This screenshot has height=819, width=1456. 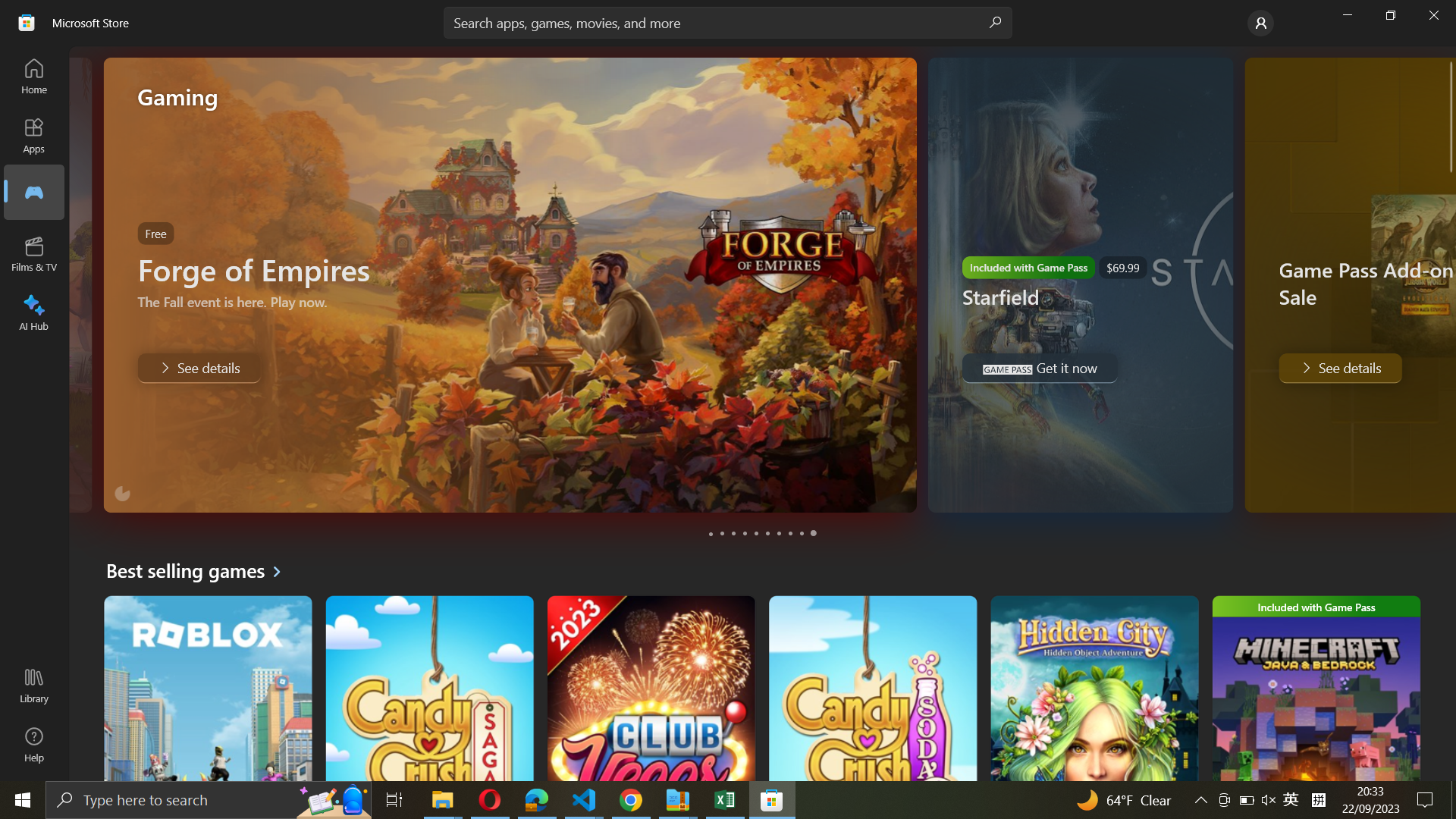 I want to click on the AI Hub tab, so click(x=35, y=309).